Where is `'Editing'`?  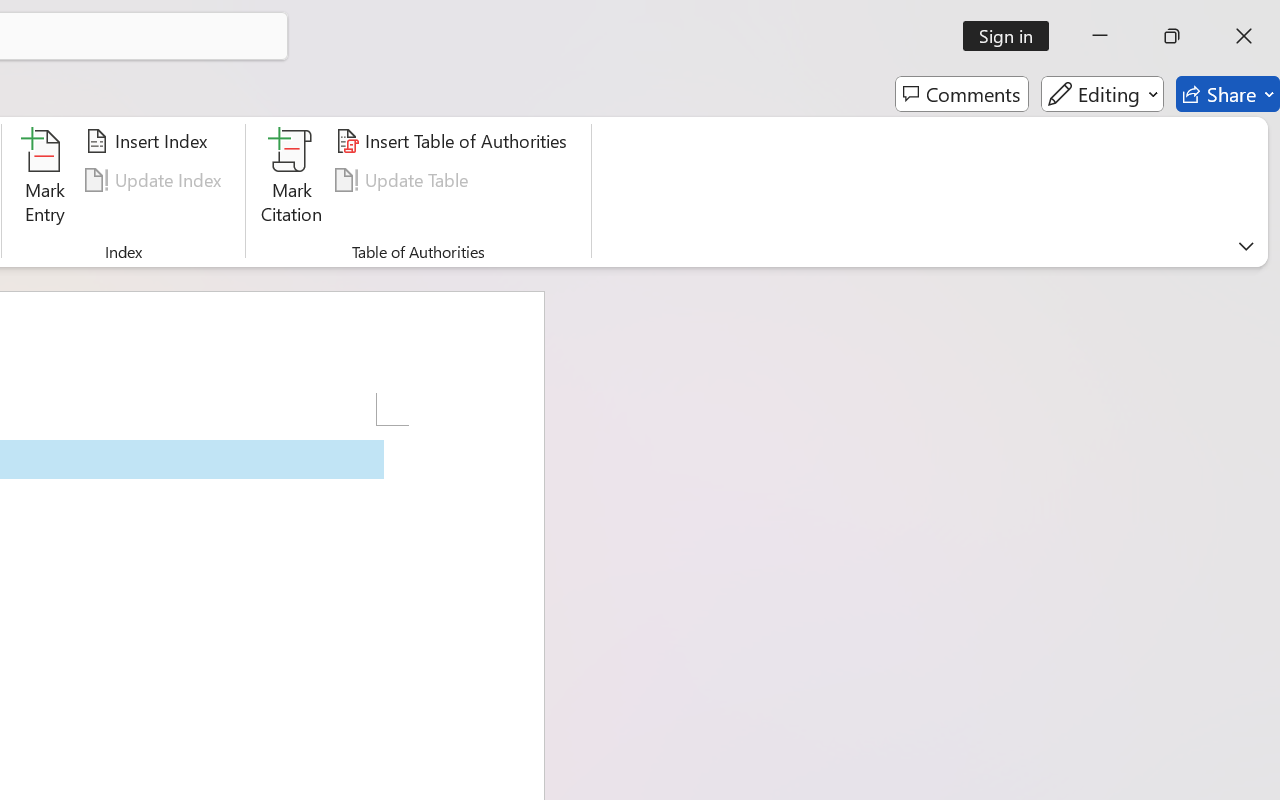 'Editing' is located at coordinates (1101, 94).